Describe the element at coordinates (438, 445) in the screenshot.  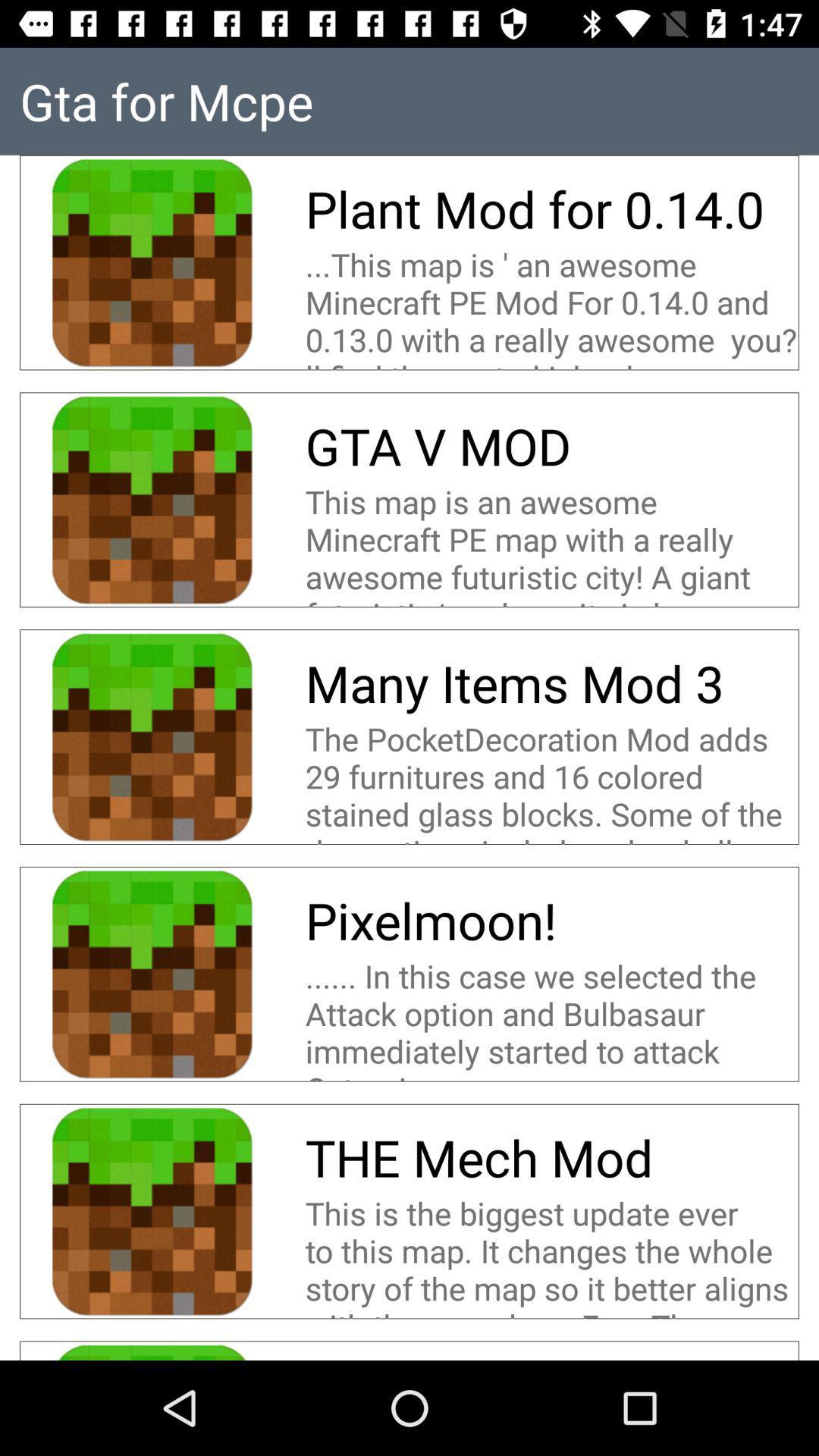
I see `the app above the this map is` at that location.